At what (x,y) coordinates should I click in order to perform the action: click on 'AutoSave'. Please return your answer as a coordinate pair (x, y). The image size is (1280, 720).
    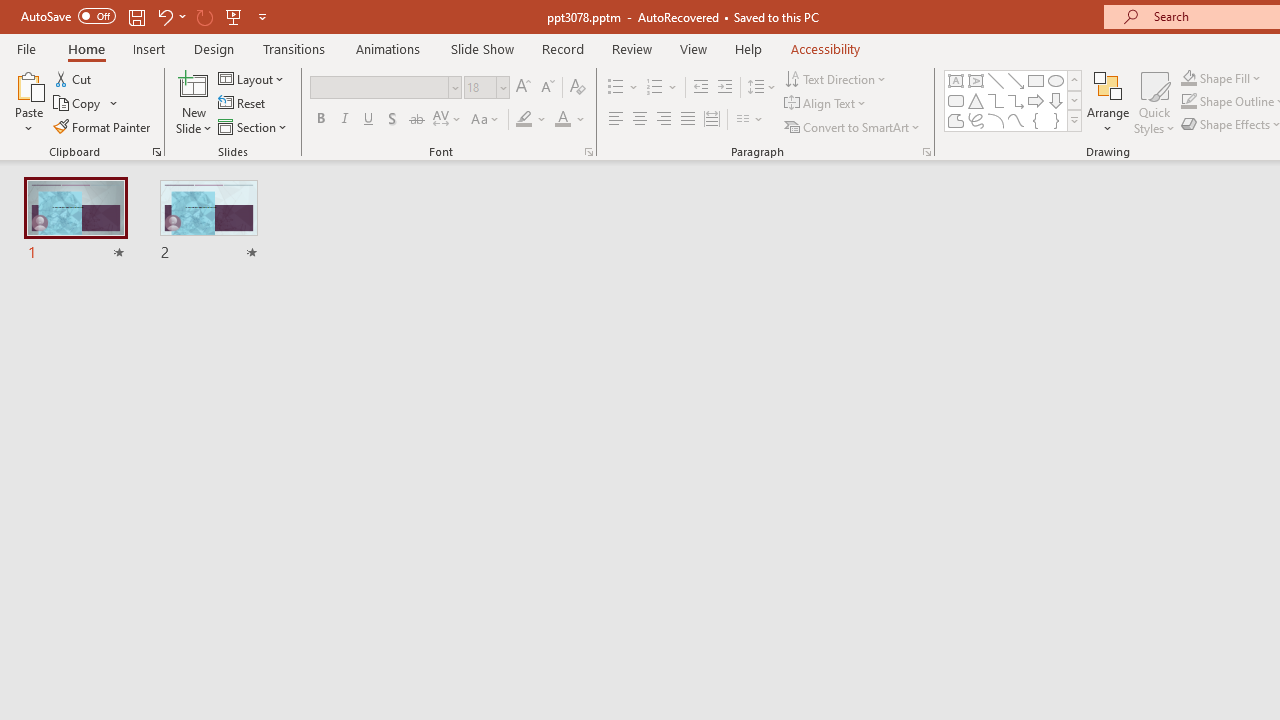
    Looking at the image, I should click on (68, 16).